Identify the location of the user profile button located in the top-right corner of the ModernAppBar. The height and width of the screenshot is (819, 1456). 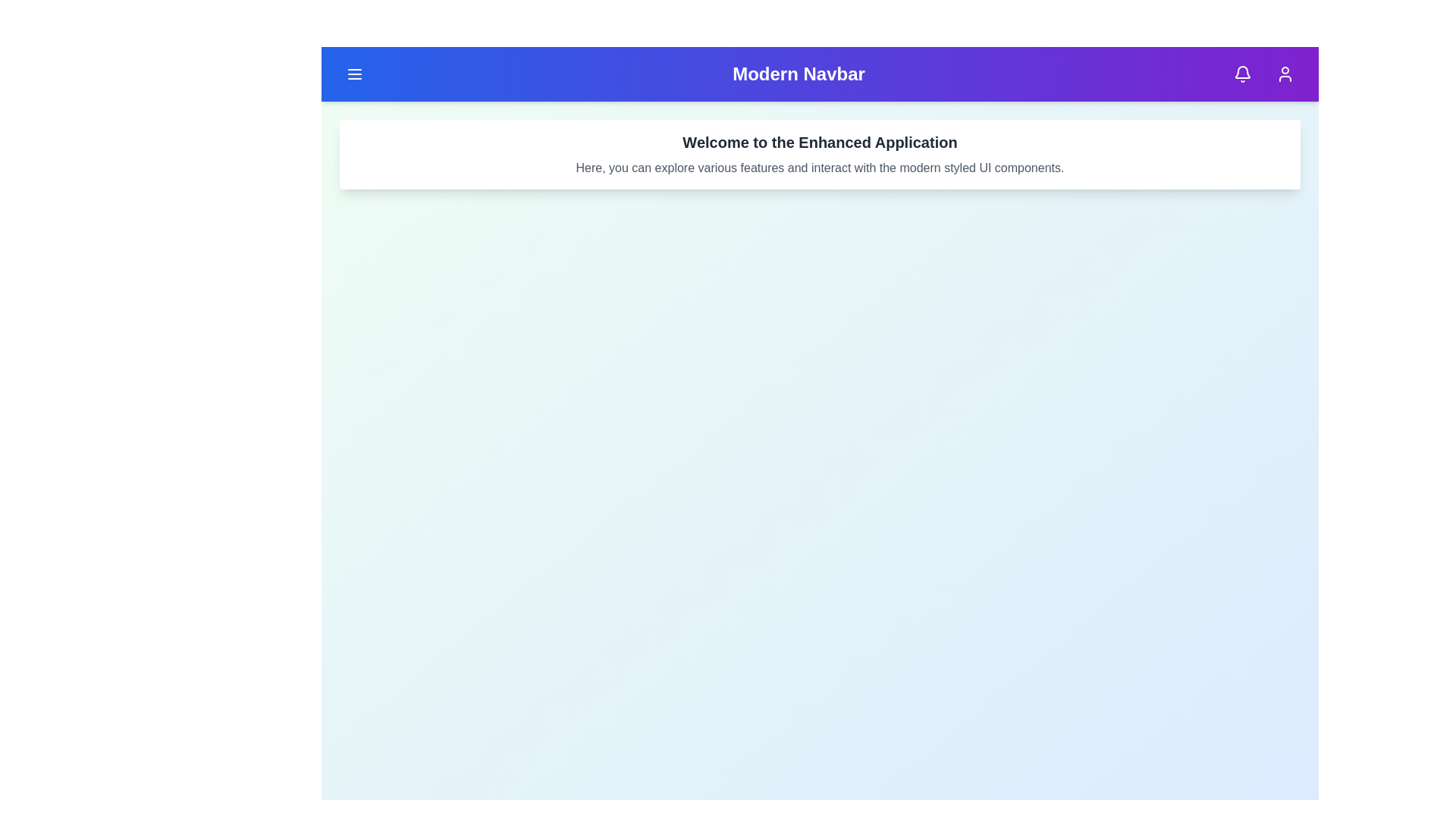
(1284, 74).